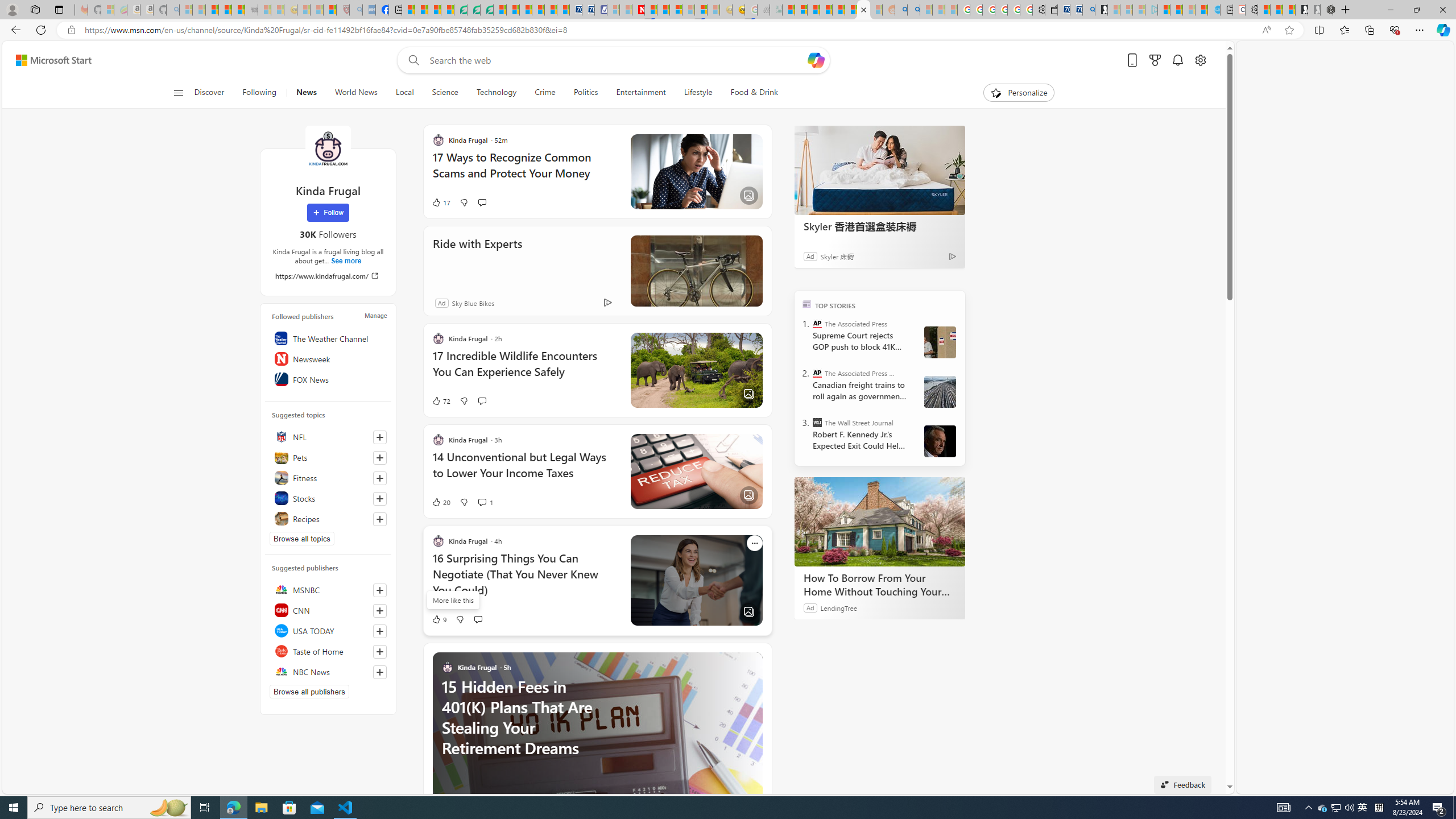 The image size is (1456, 819). Describe the element at coordinates (913, 9) in the screenshot. I see `'Utah sues federal government - Search'` at that location.